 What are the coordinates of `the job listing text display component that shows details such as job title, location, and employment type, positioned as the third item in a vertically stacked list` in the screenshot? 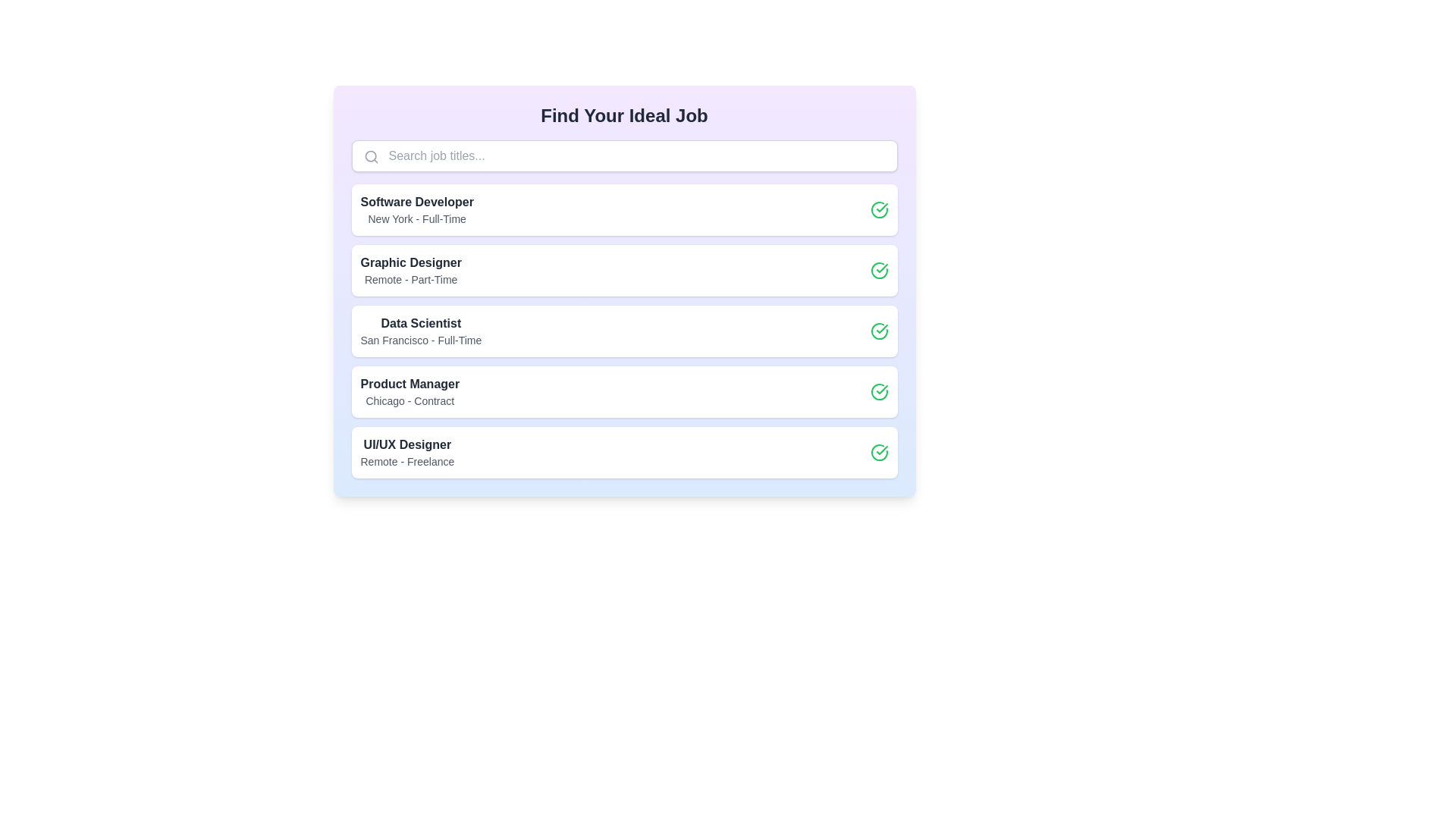 It's located at (421, 330).